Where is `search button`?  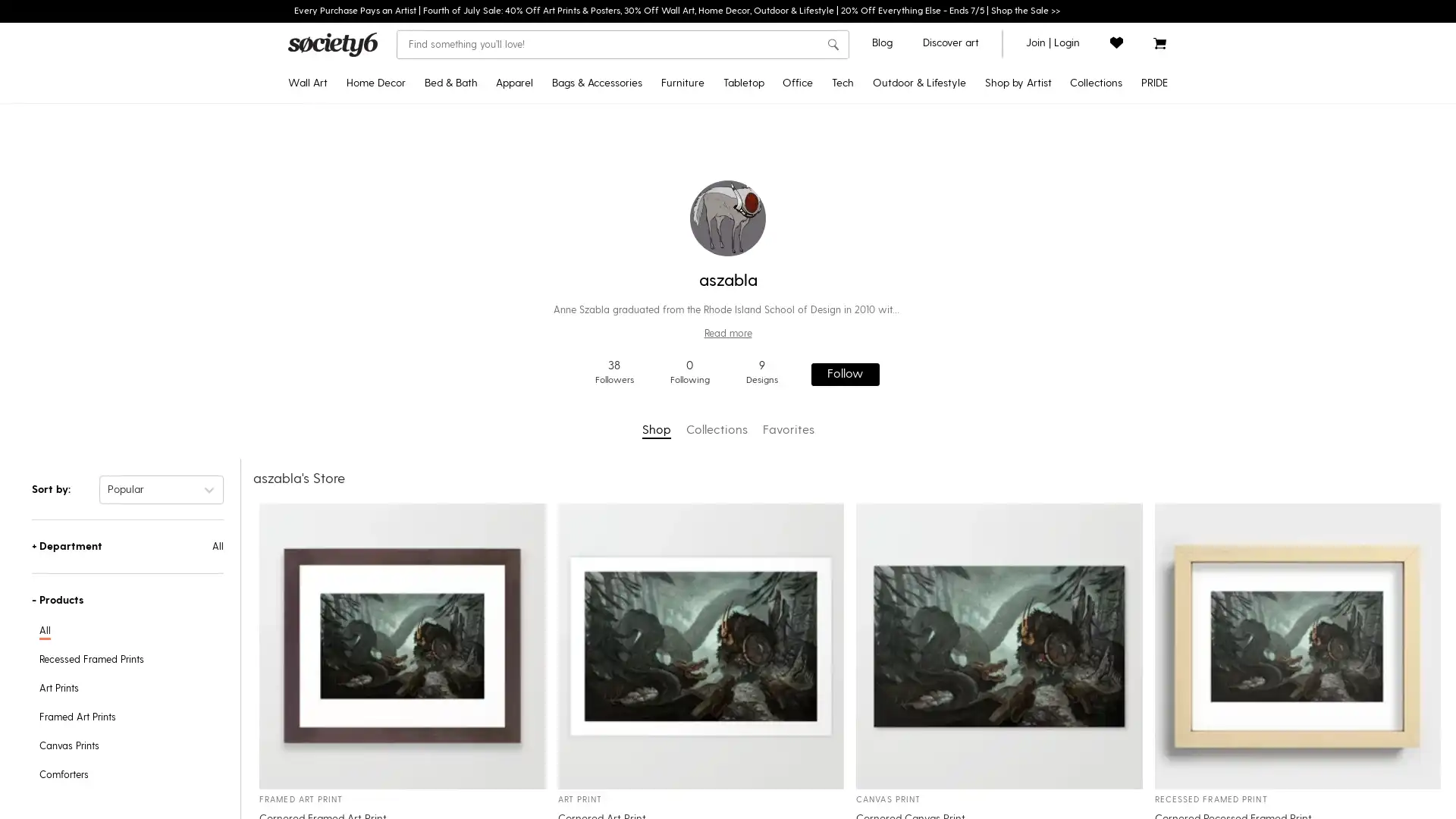
search button is located at coordinates (832, 45).